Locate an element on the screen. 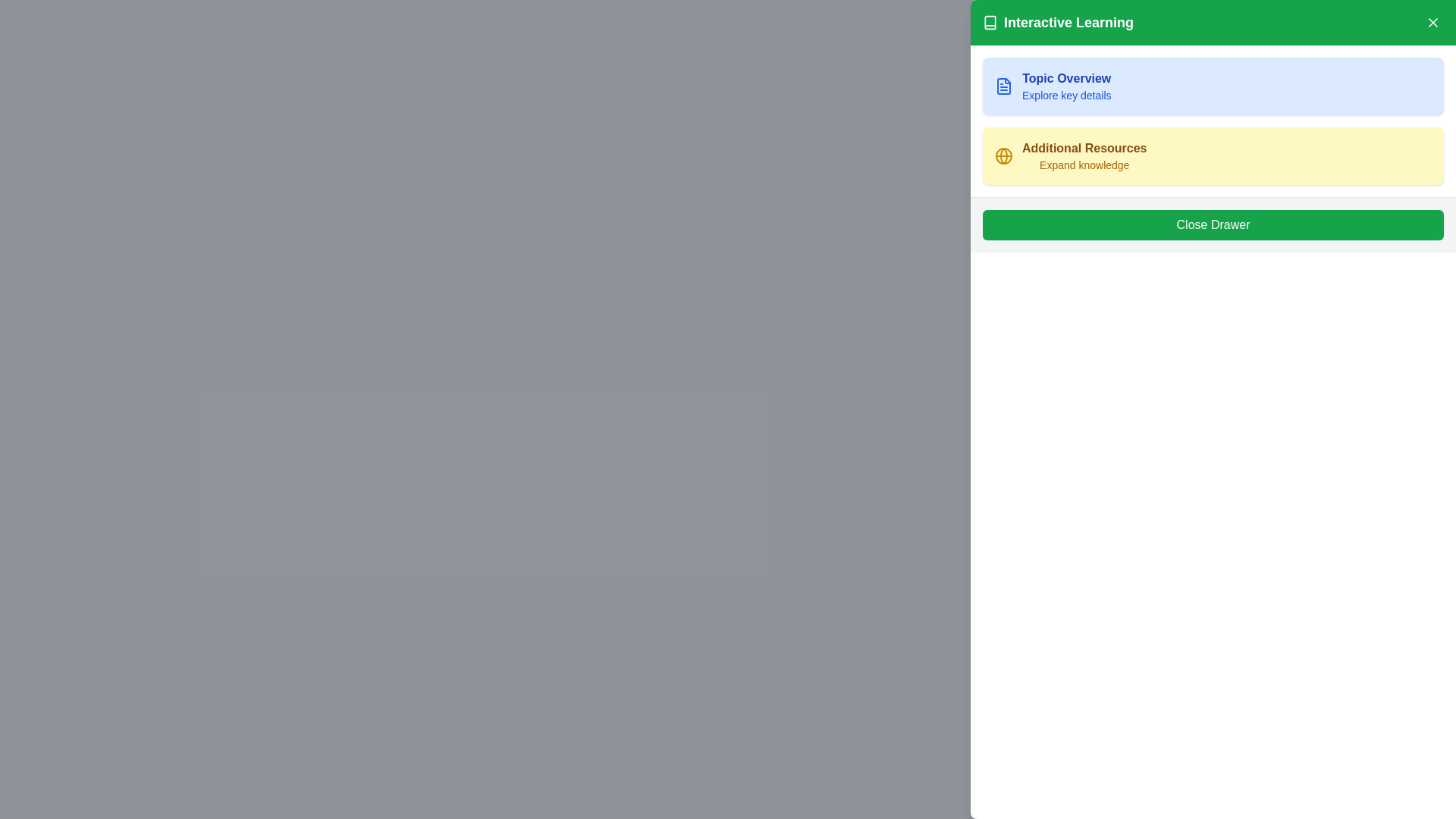 Image resolution: width=1456 pixels, height=819 pixels. the close icon button located in the top-right corner of the green header bar is located at coordinates (1432, 23).